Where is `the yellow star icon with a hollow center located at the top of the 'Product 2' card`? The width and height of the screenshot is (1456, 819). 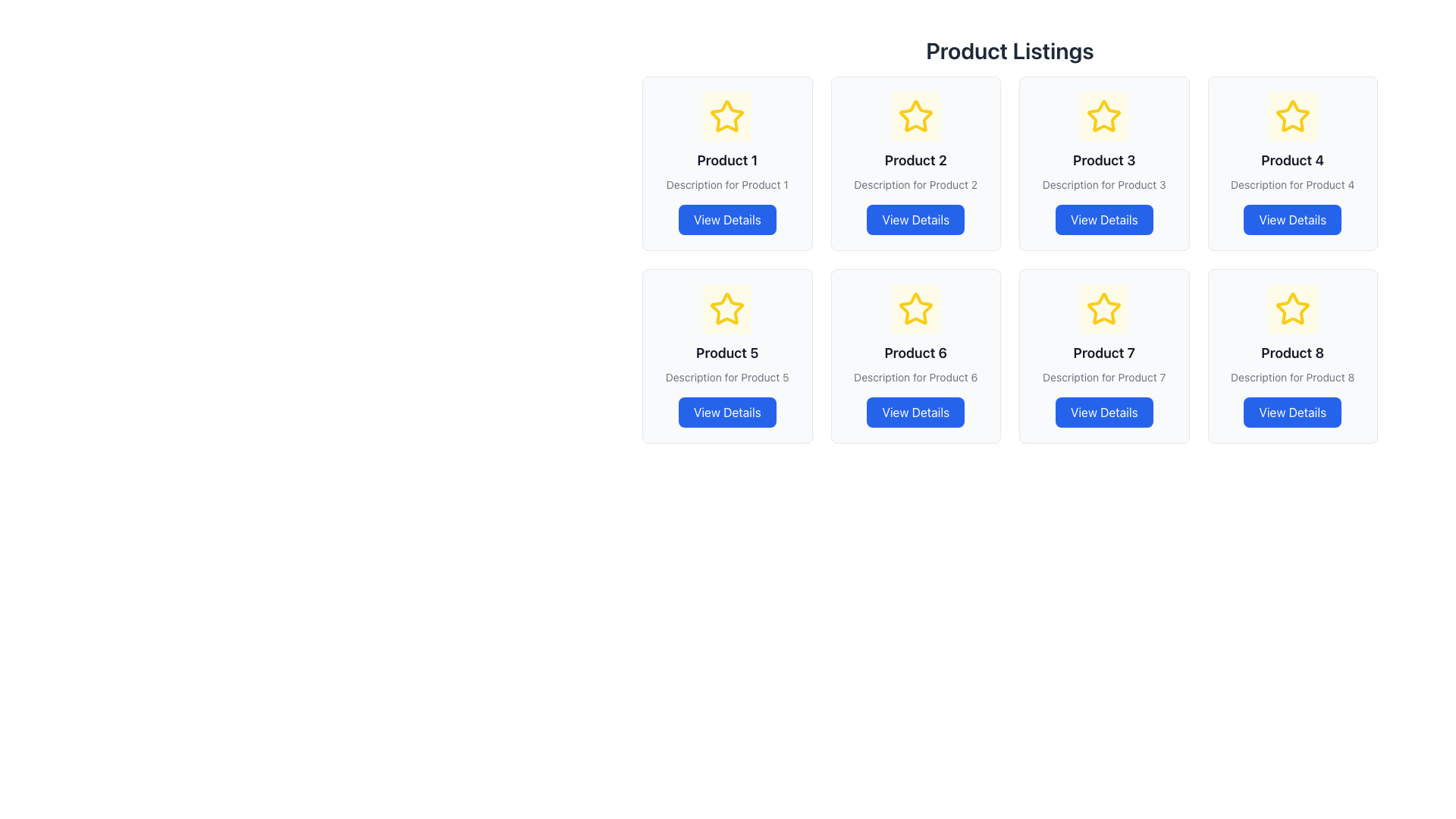
the yellow star icon with a hollow center located at the top of the 'Product 2' card is located at coordinates (915, 116).